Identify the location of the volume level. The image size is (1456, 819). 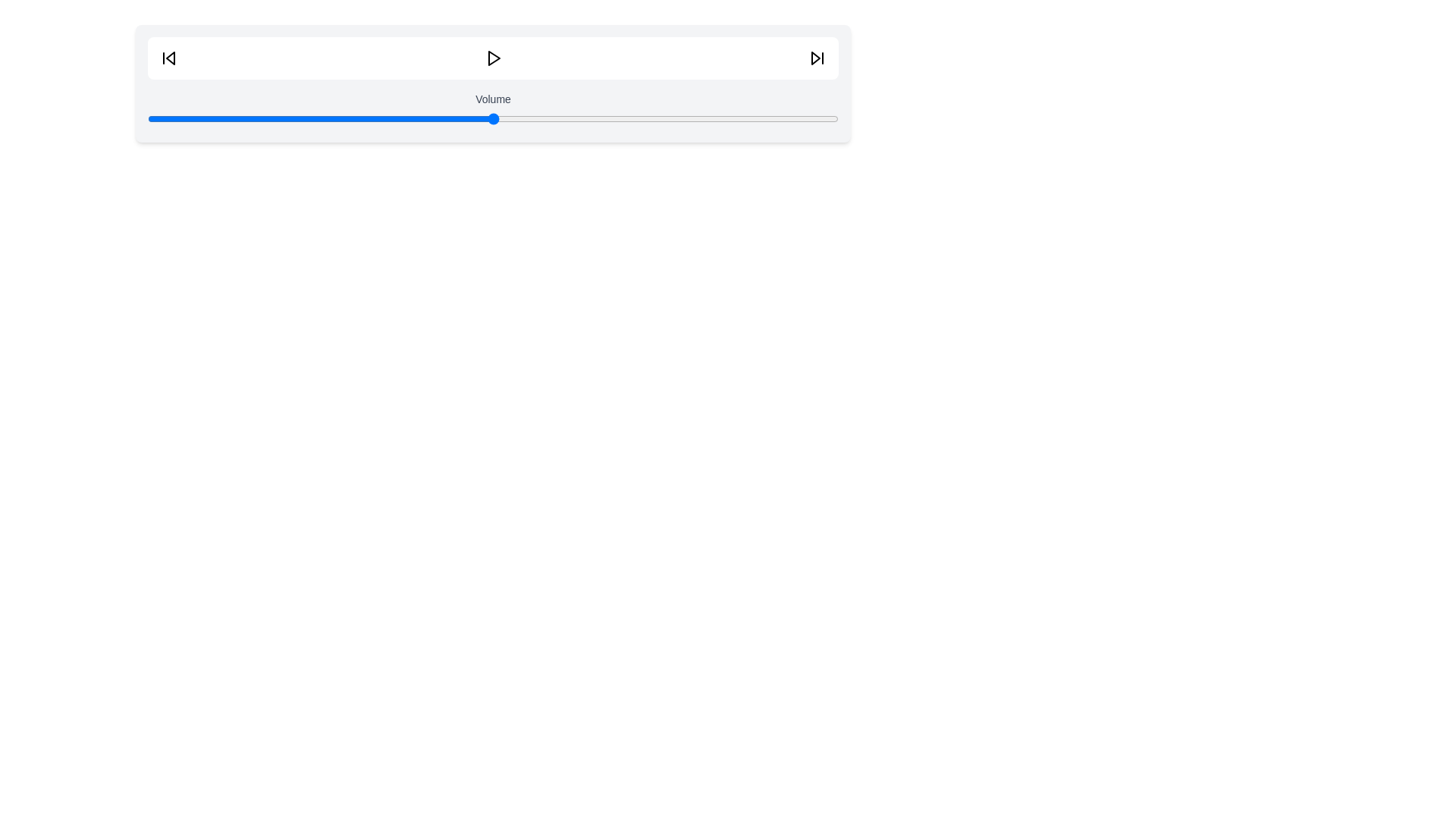
(265, 118).